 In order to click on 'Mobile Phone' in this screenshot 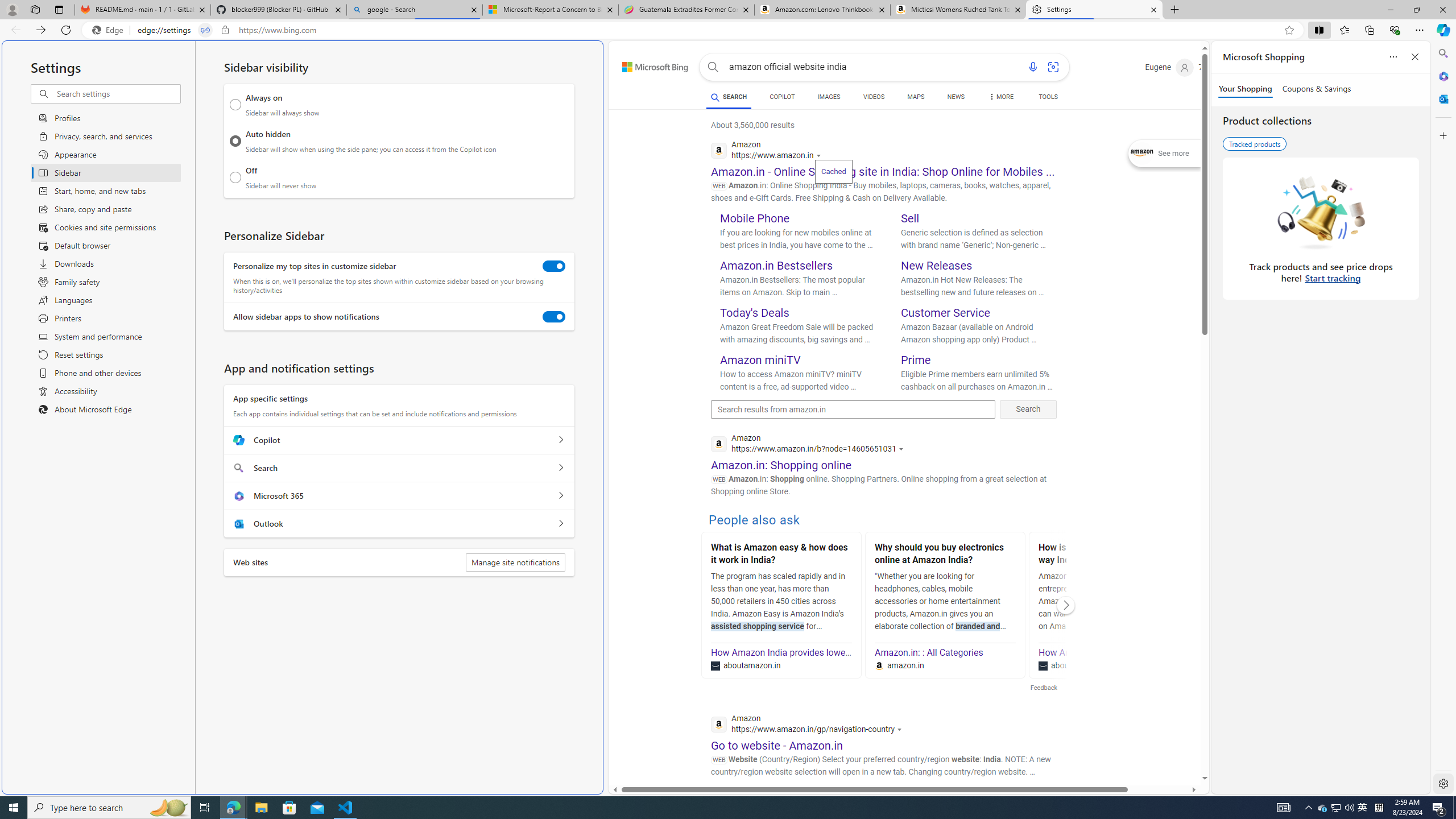, I will do `click(755, 217)`.